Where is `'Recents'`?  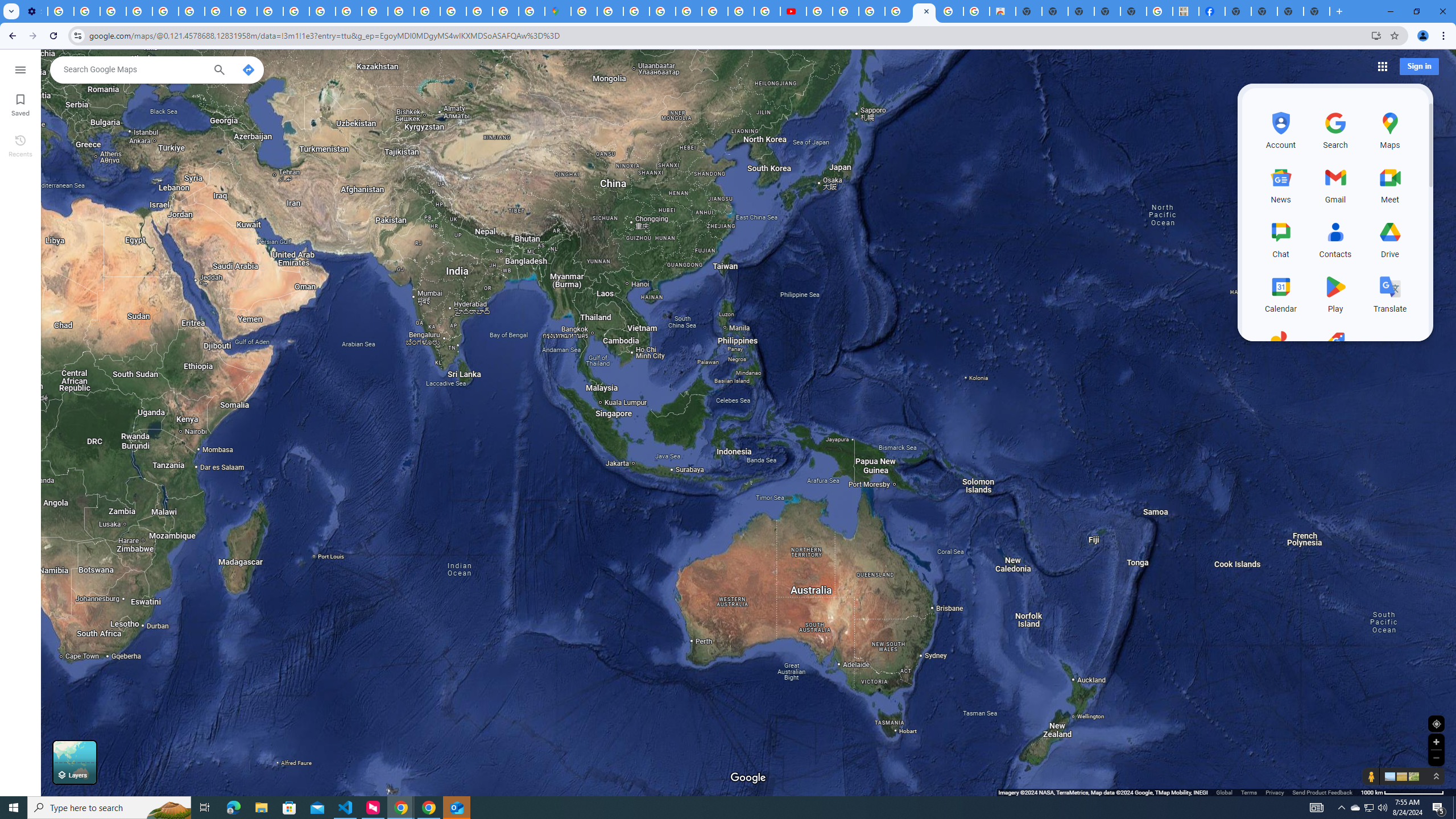 'Recents' is located at coordinates (19, 144).